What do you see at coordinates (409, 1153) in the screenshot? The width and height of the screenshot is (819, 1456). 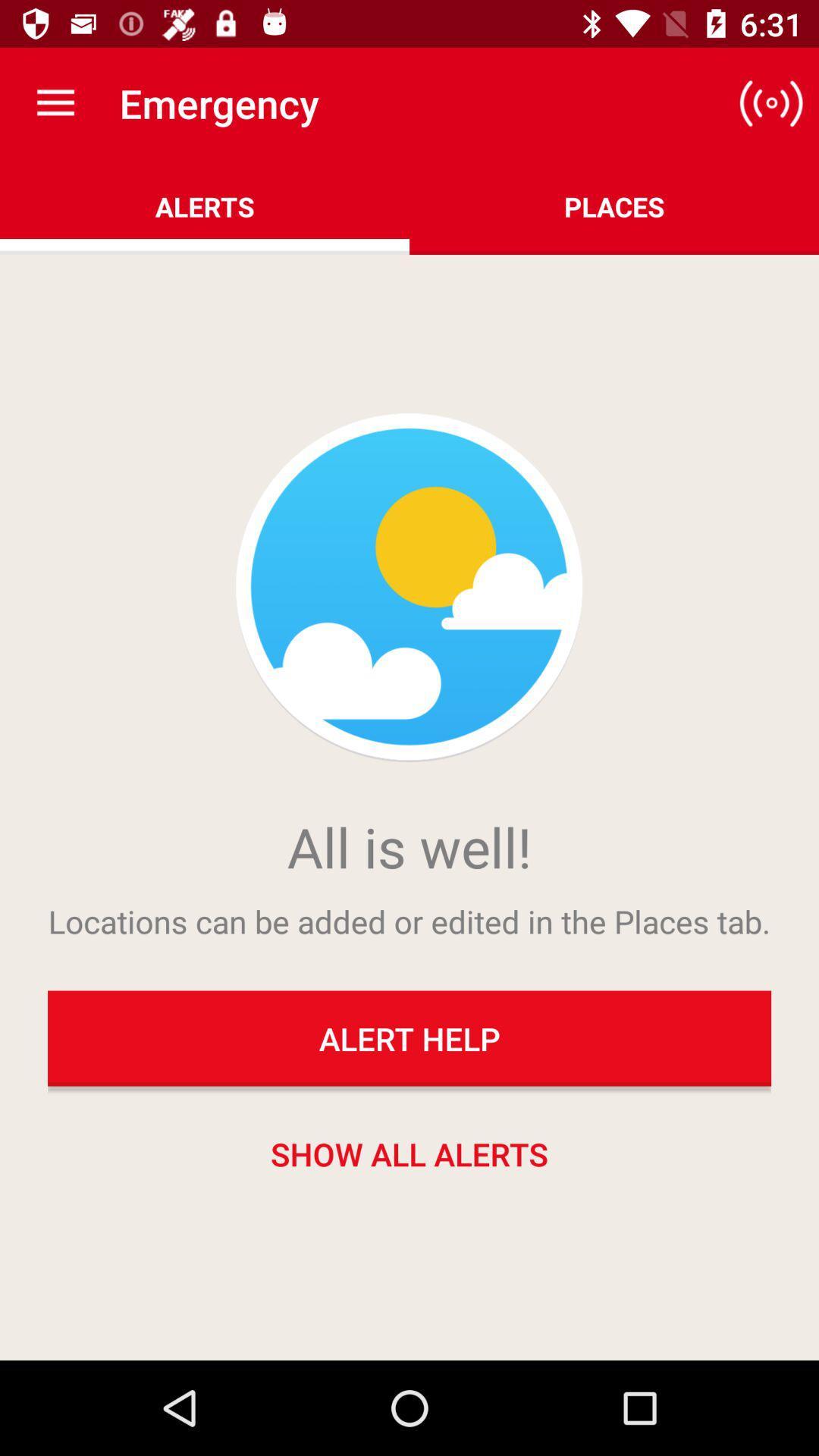 I see `the show all alerts icon` at bounding box center [409, 1153].